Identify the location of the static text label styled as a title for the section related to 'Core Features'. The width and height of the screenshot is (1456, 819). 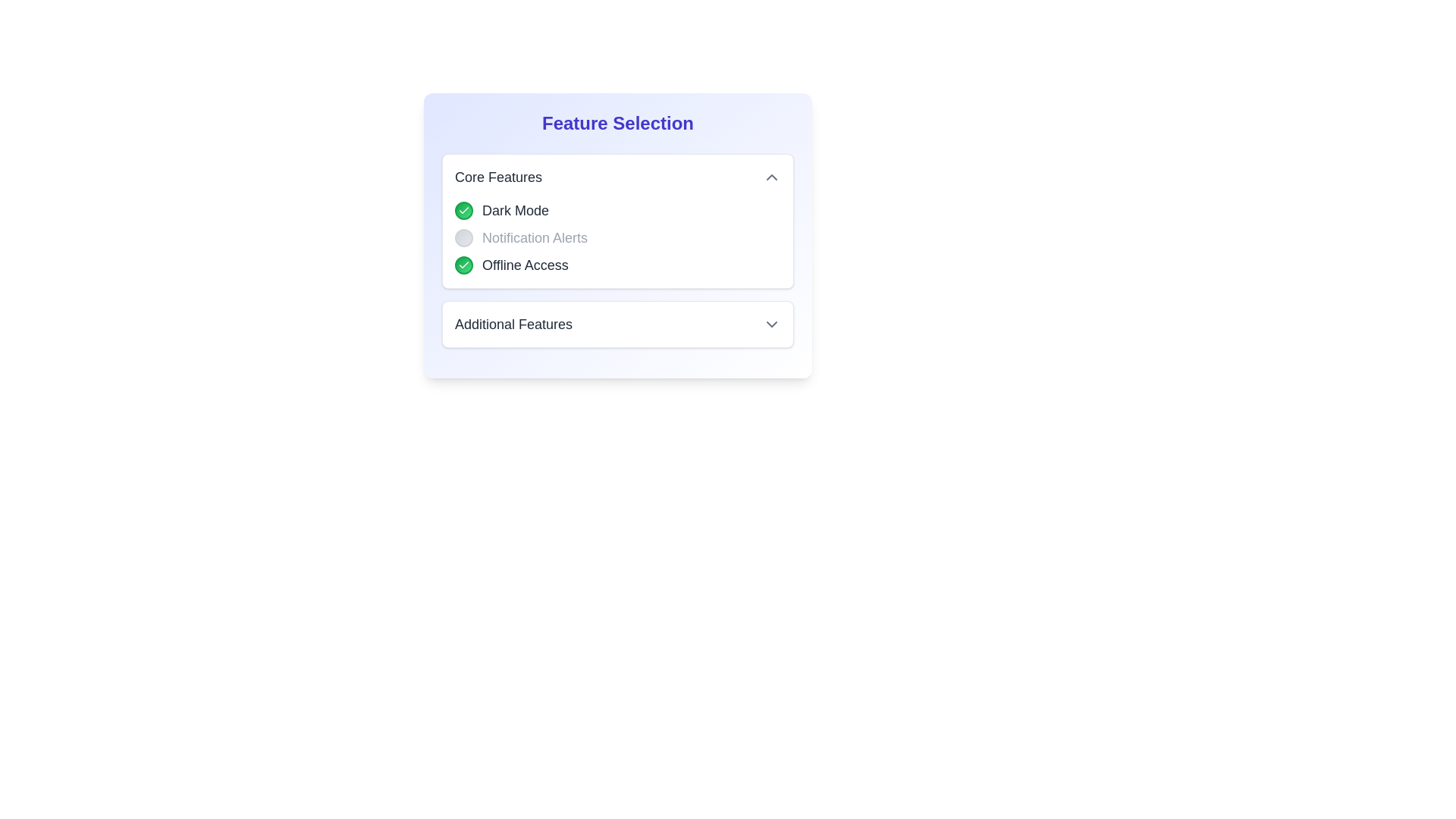
(498, 177).